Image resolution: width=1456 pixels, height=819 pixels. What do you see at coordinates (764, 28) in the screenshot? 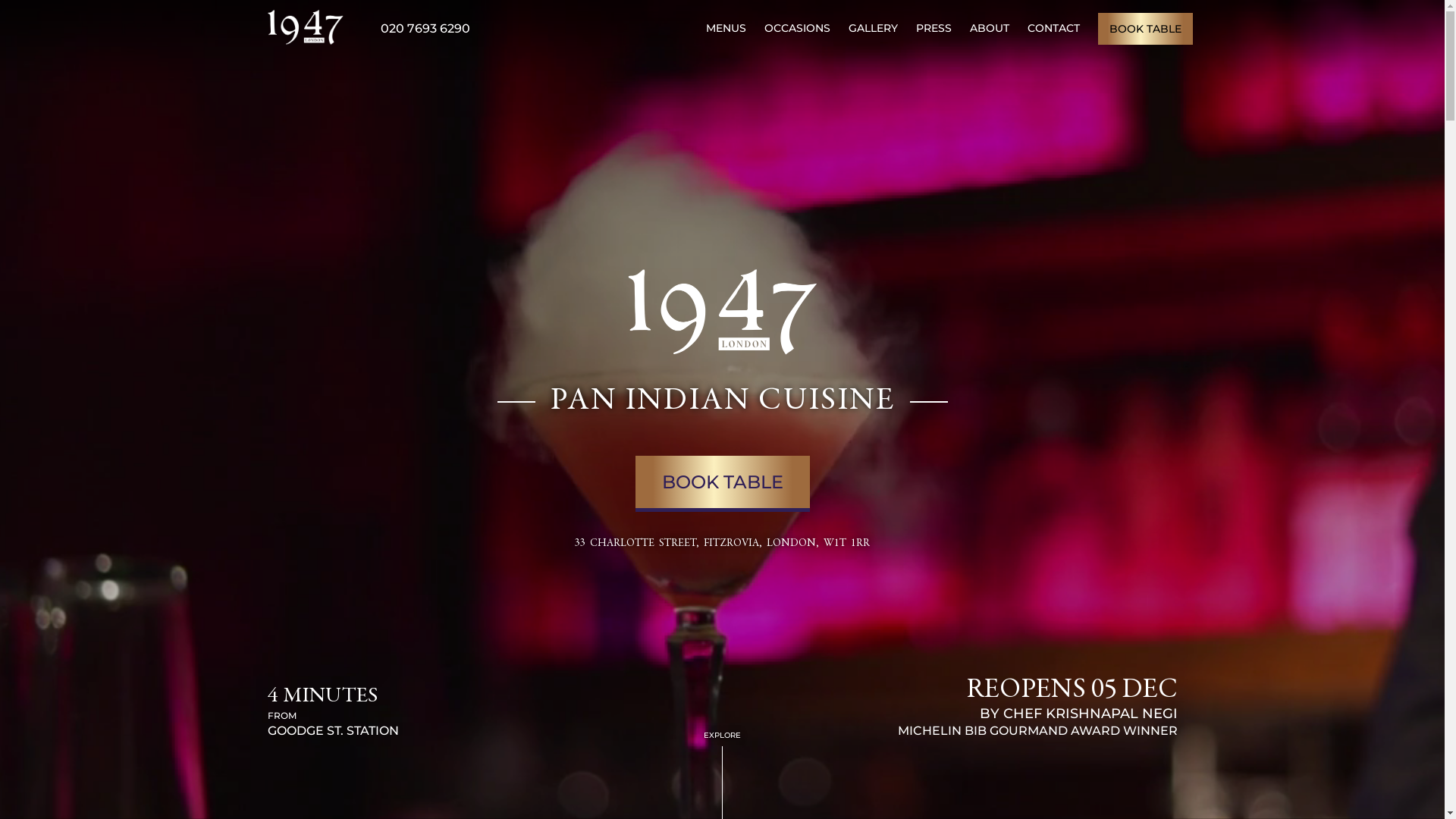
I see `'OCCASIONS'` at bounding box center [764, 28].